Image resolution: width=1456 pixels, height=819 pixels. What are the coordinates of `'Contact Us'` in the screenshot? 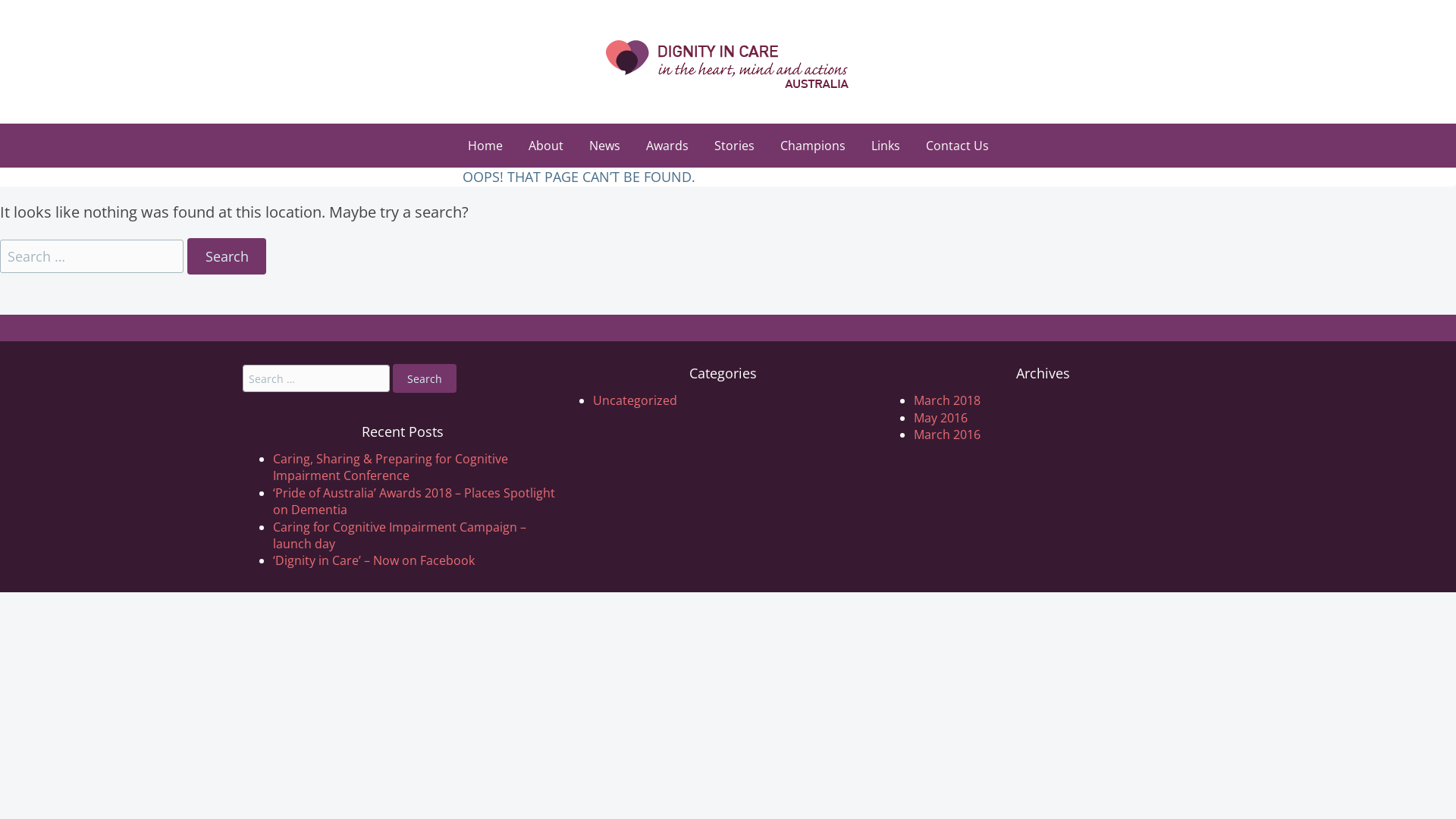 It's located at (956, 146).